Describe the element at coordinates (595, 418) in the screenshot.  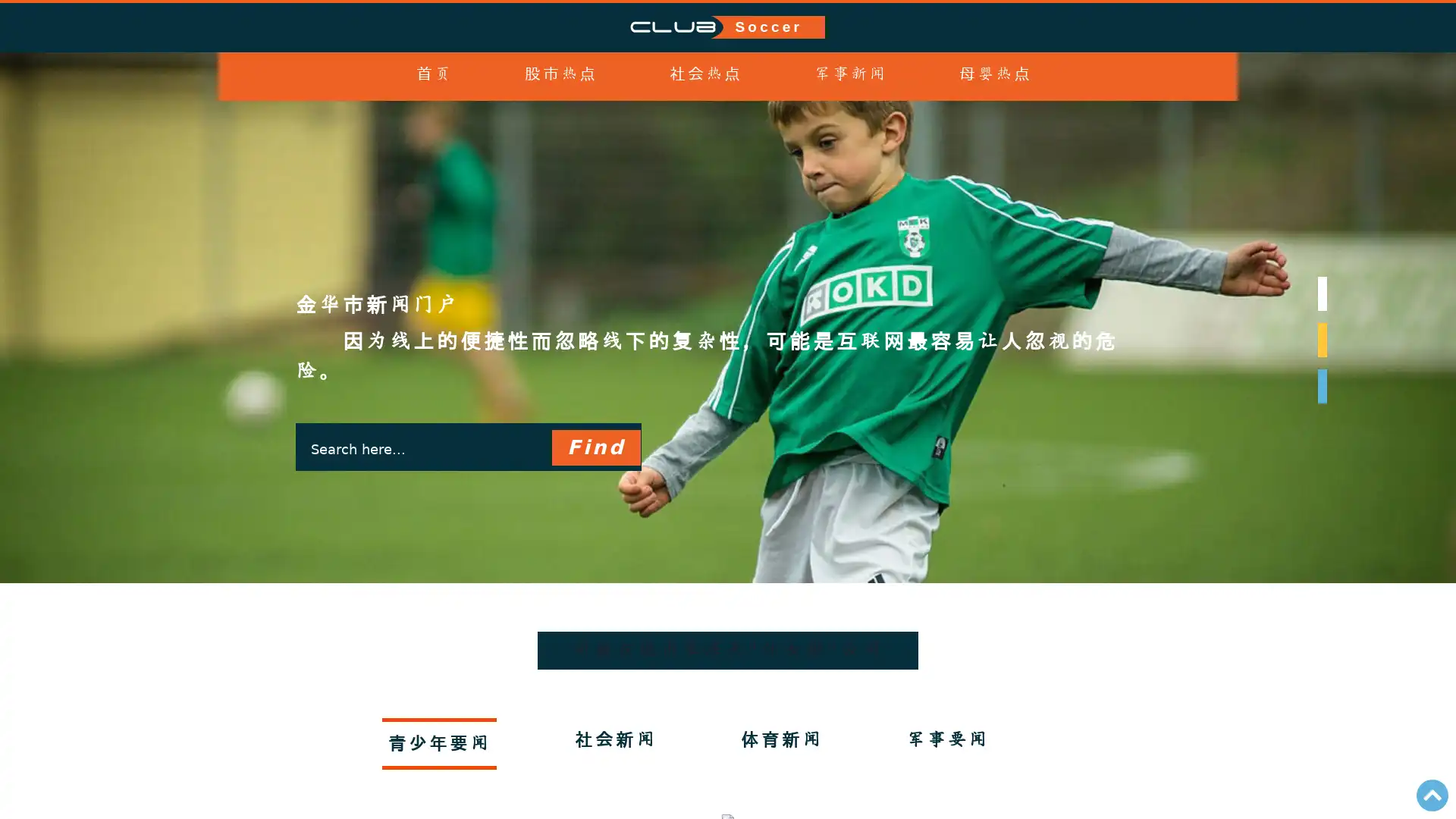
I see `Find` at that location.